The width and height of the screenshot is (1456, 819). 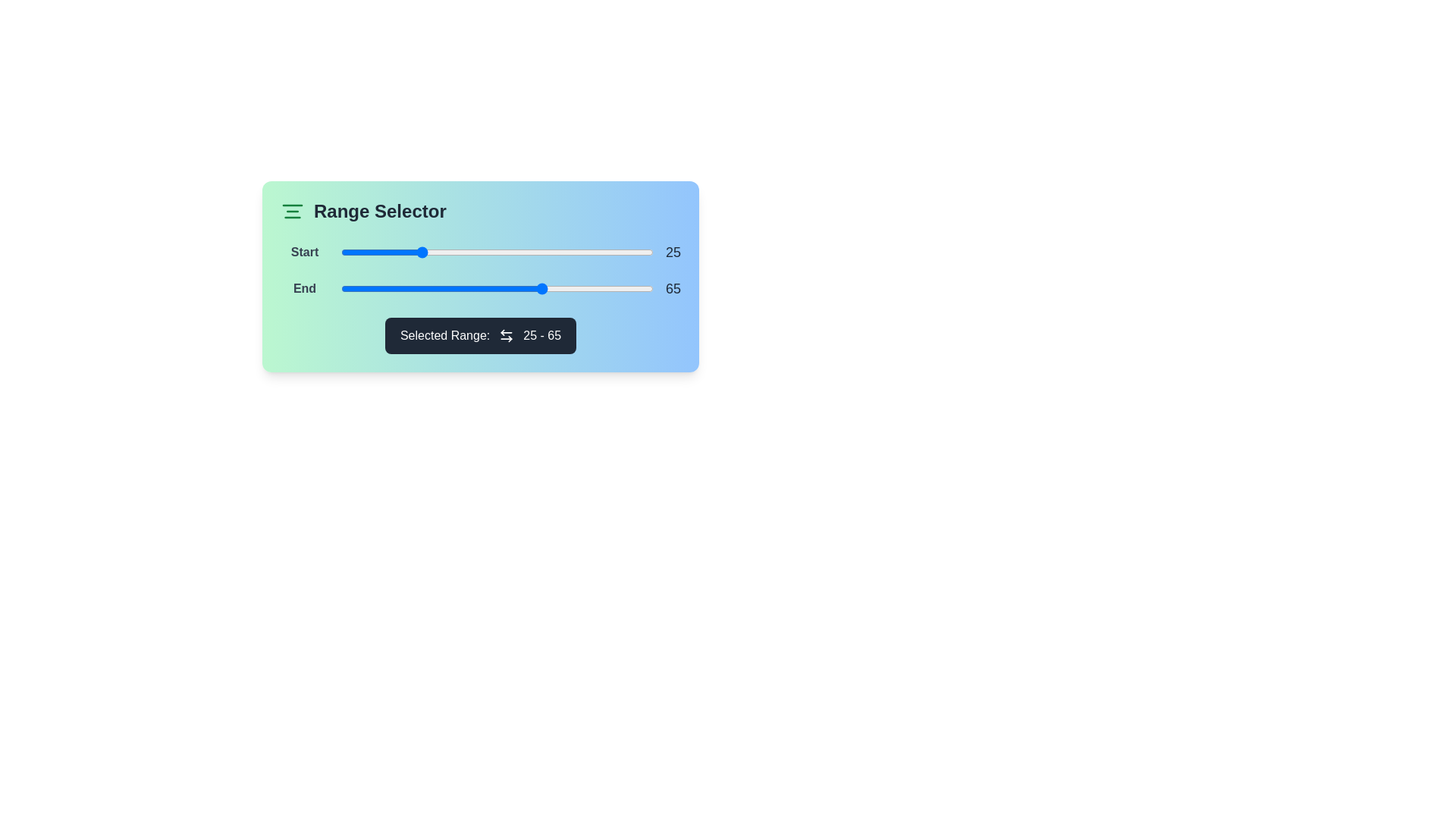 I want to click on the end range slider to 91 by dragging it to the desired position, so click(x=625, y=289).